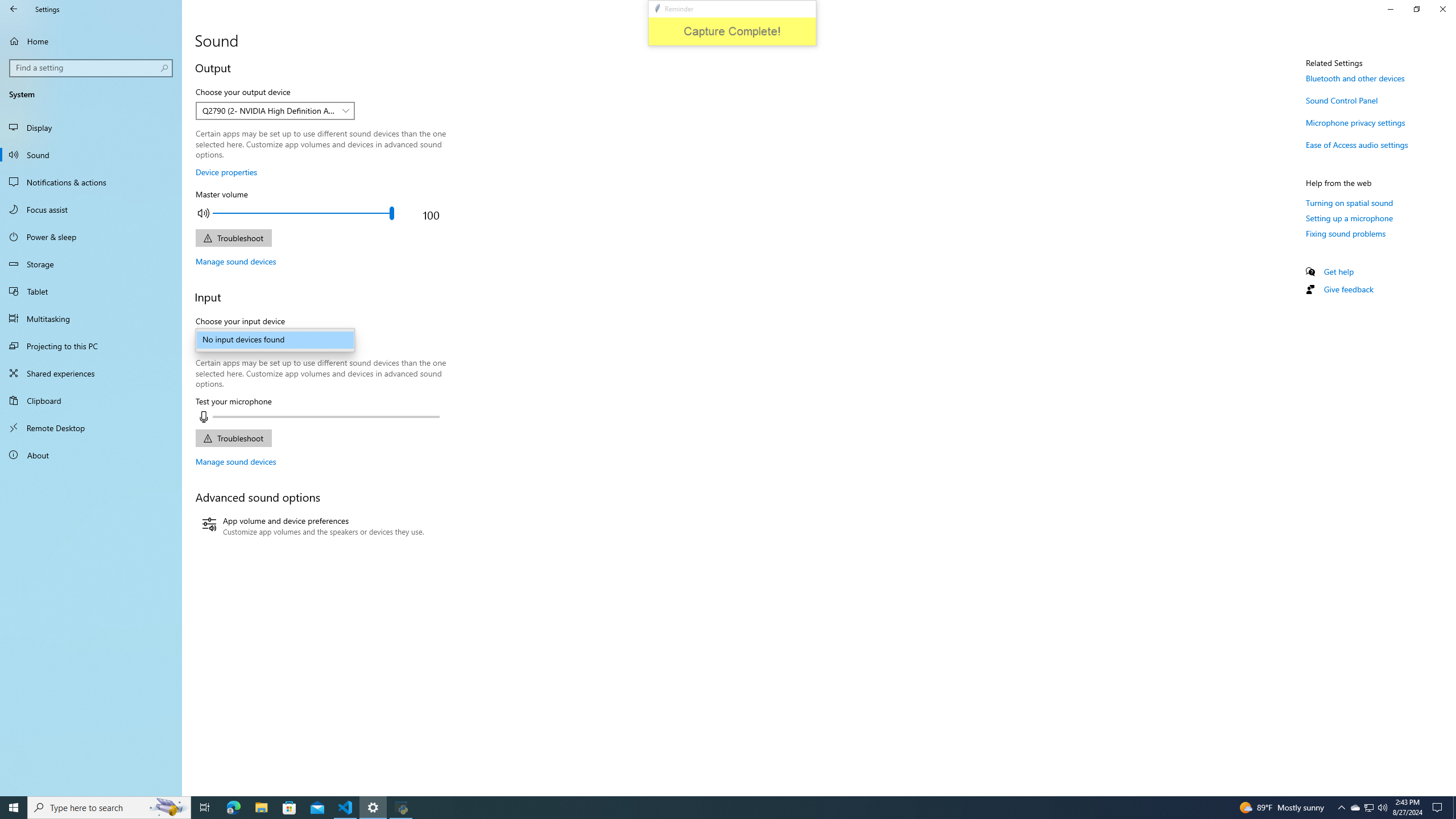 This screenshot has width=1456, height=819. I want to click on 'Turning on spatial sound', so click(1349, 202).